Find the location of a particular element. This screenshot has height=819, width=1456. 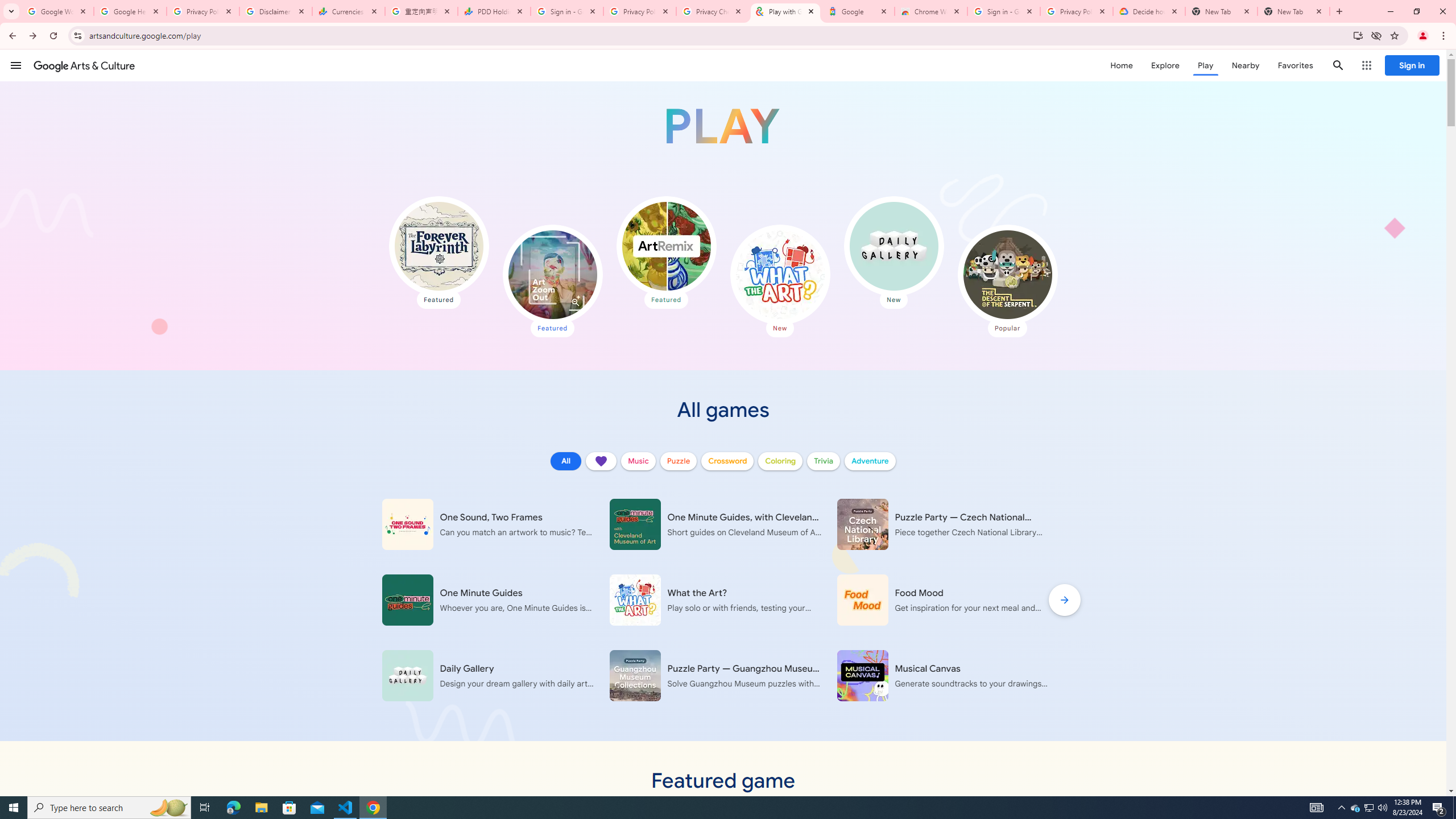

'Google Workspace Admin Community' is located at coordinates (57, 11).